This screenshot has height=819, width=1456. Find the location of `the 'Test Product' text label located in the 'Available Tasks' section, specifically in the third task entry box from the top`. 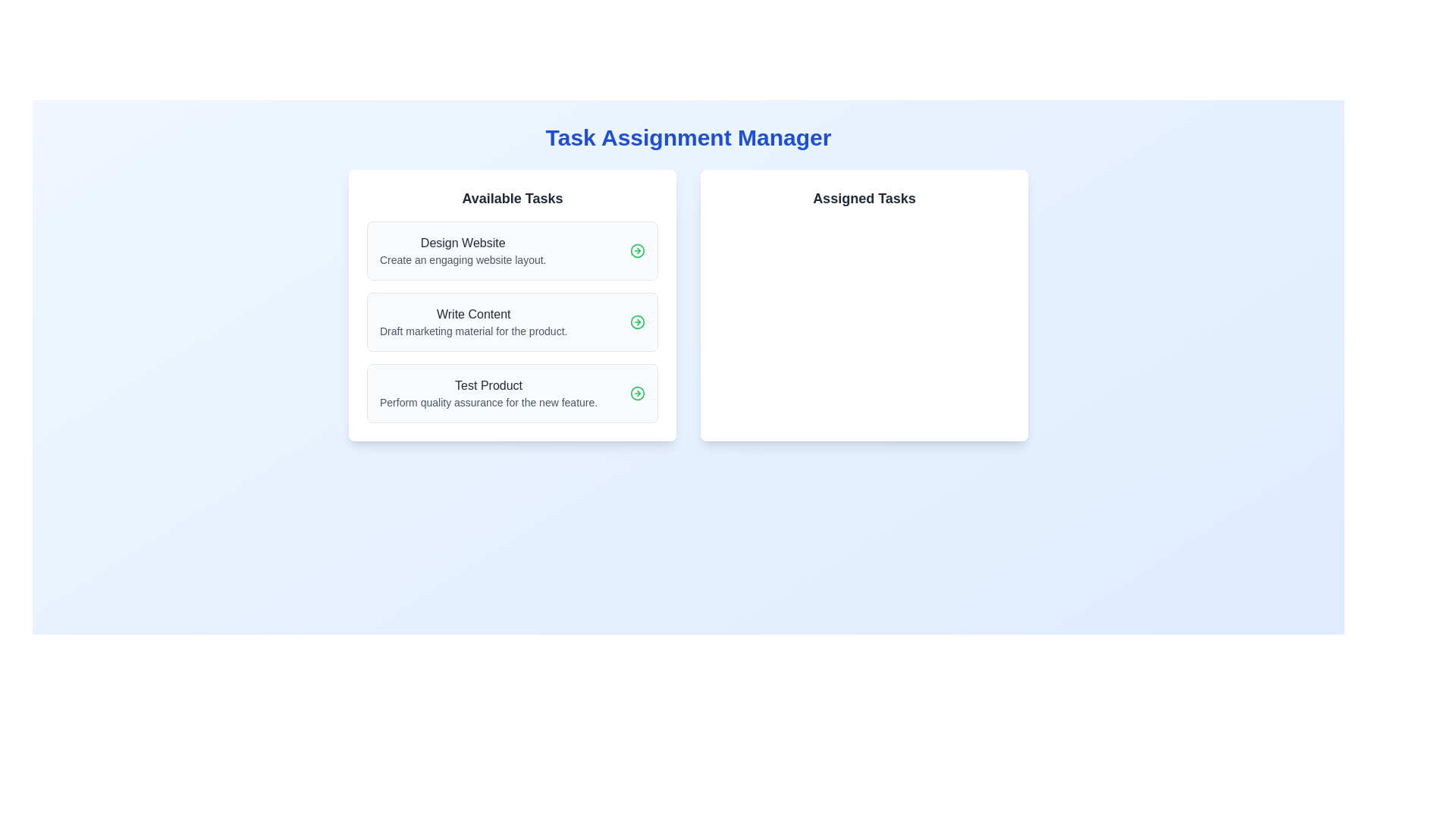

the 'Test Product' text label located in the 'Available Tasks' section, specifically in the third task entry box from the top is located at coordinates (488, 385).